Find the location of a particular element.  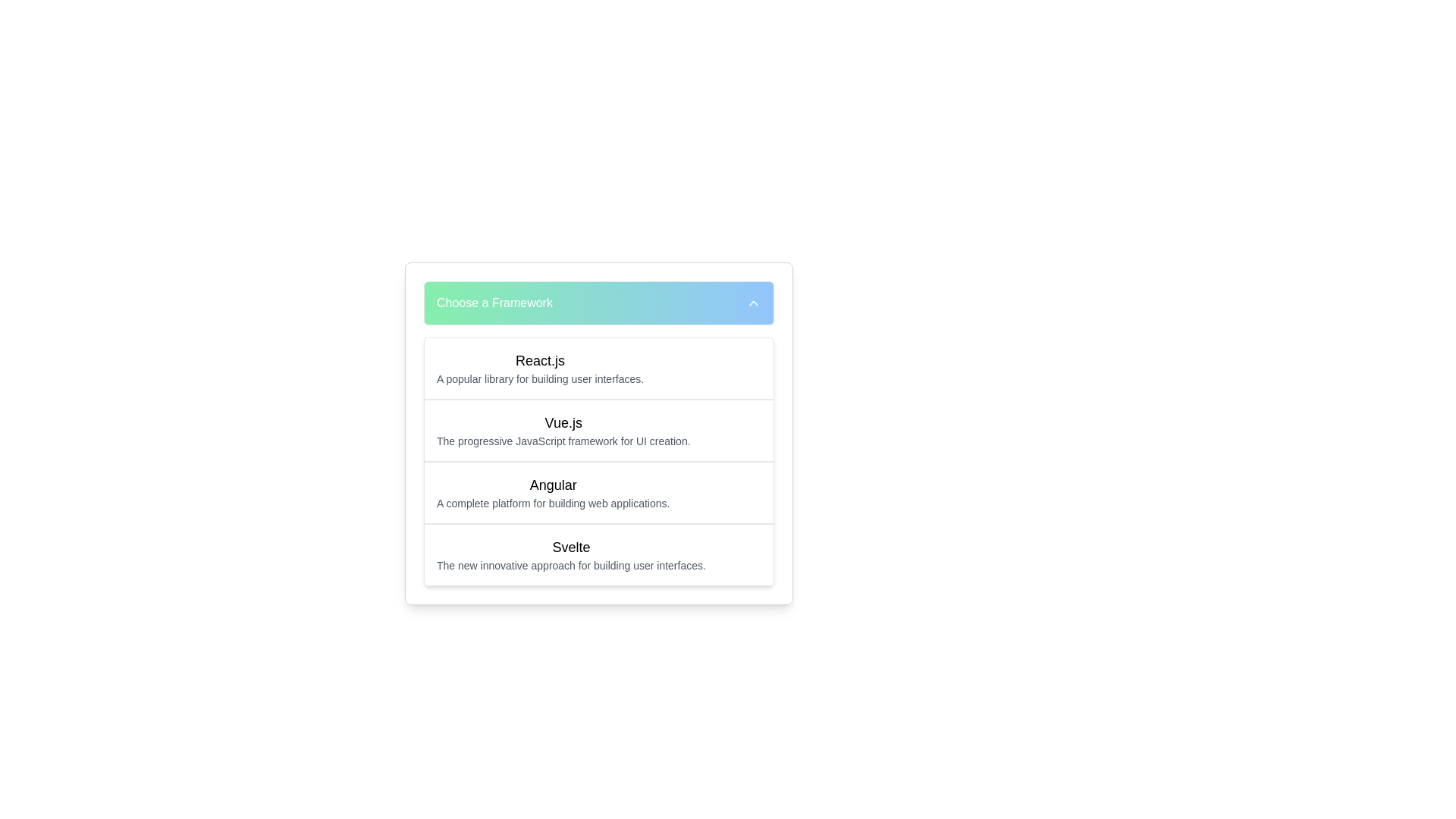

the text label displaying 'React.js' which is styled with a medium font weight and larger text size, located in the 'Choose a Framework' selection panel is located at coordinates (540, 369).